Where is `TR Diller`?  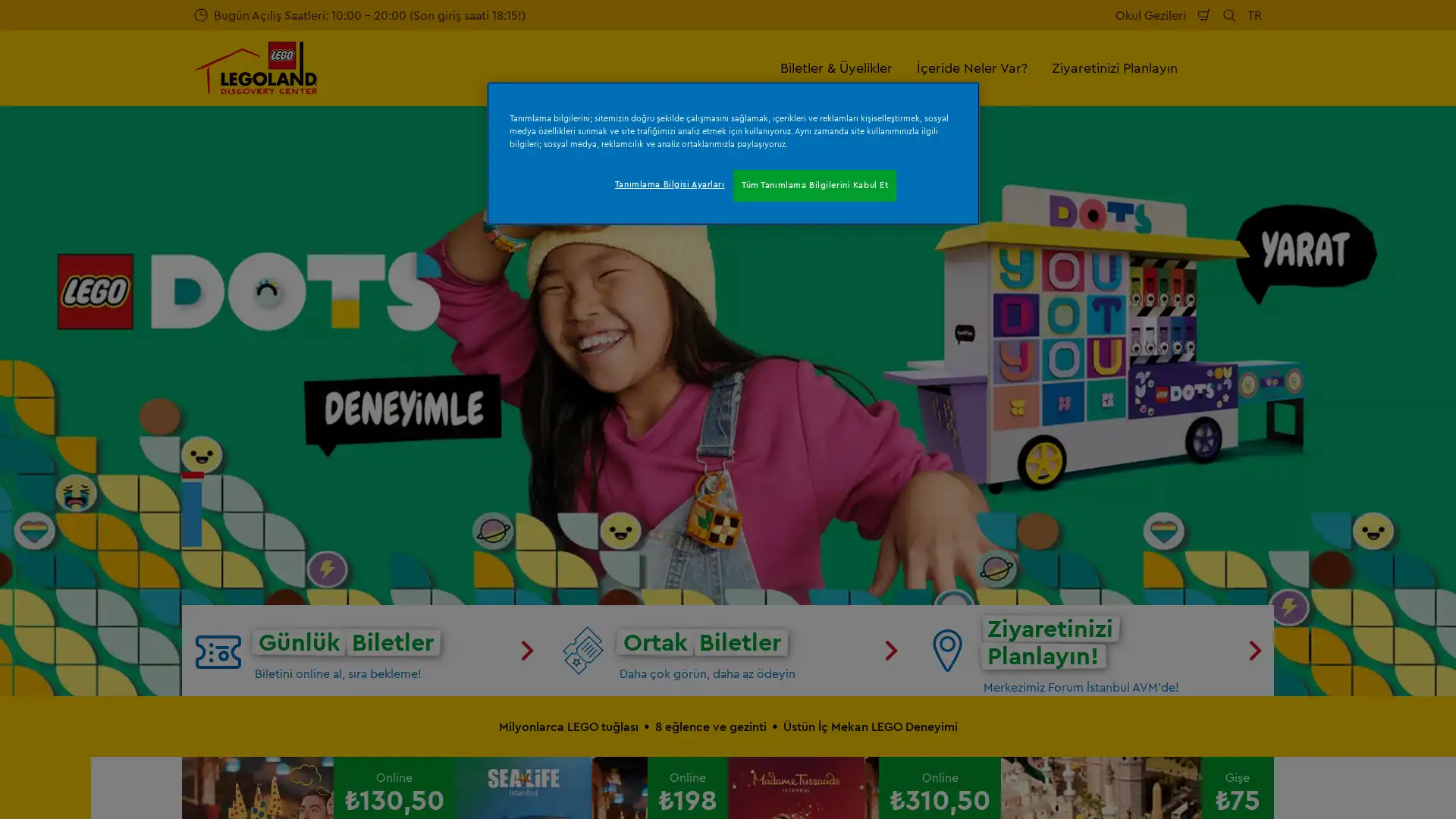
TR Diller is located at coordinates (1254, 14).